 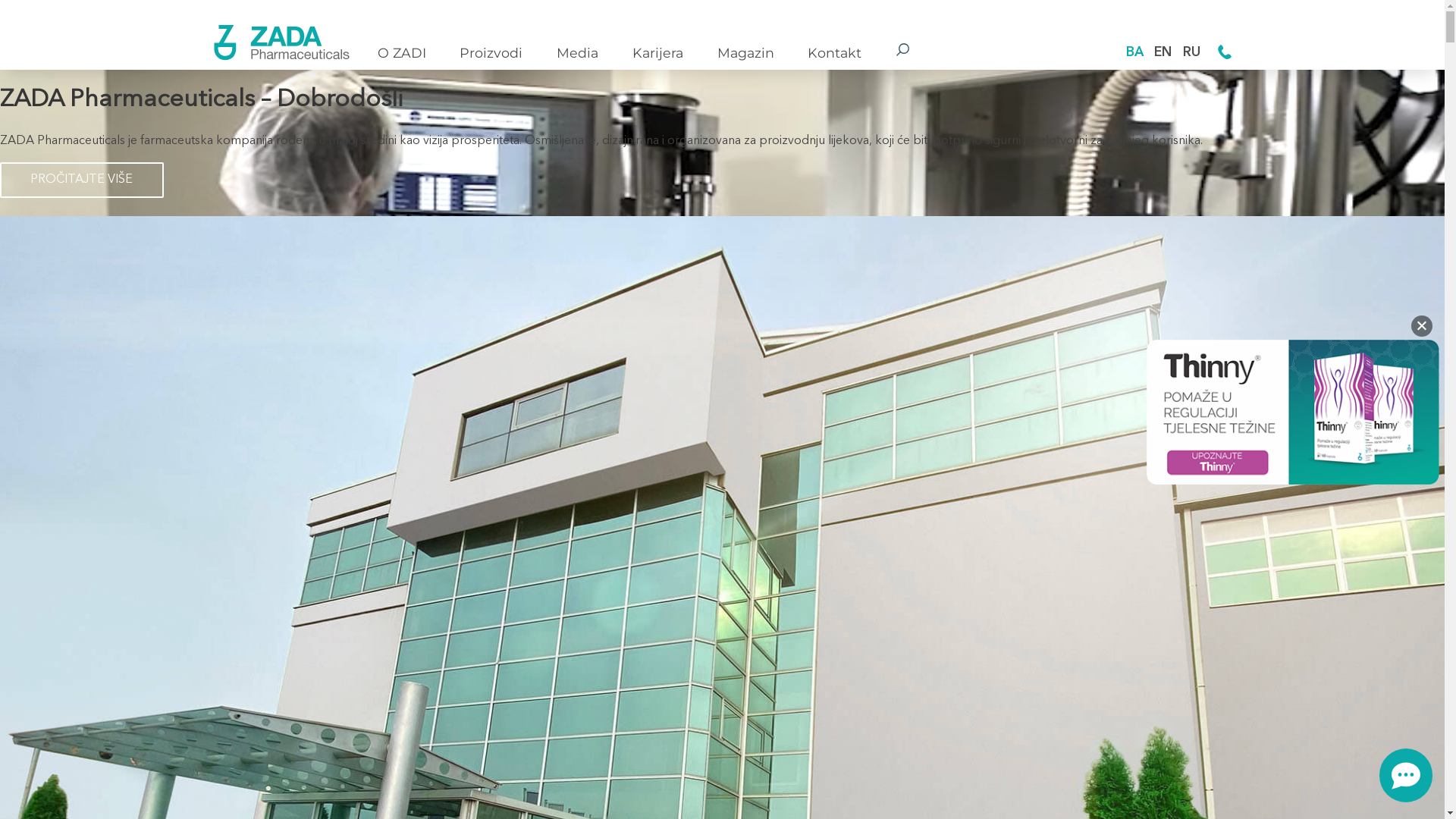 I want to click on 'O ZADI', so click(x=401, y=52).